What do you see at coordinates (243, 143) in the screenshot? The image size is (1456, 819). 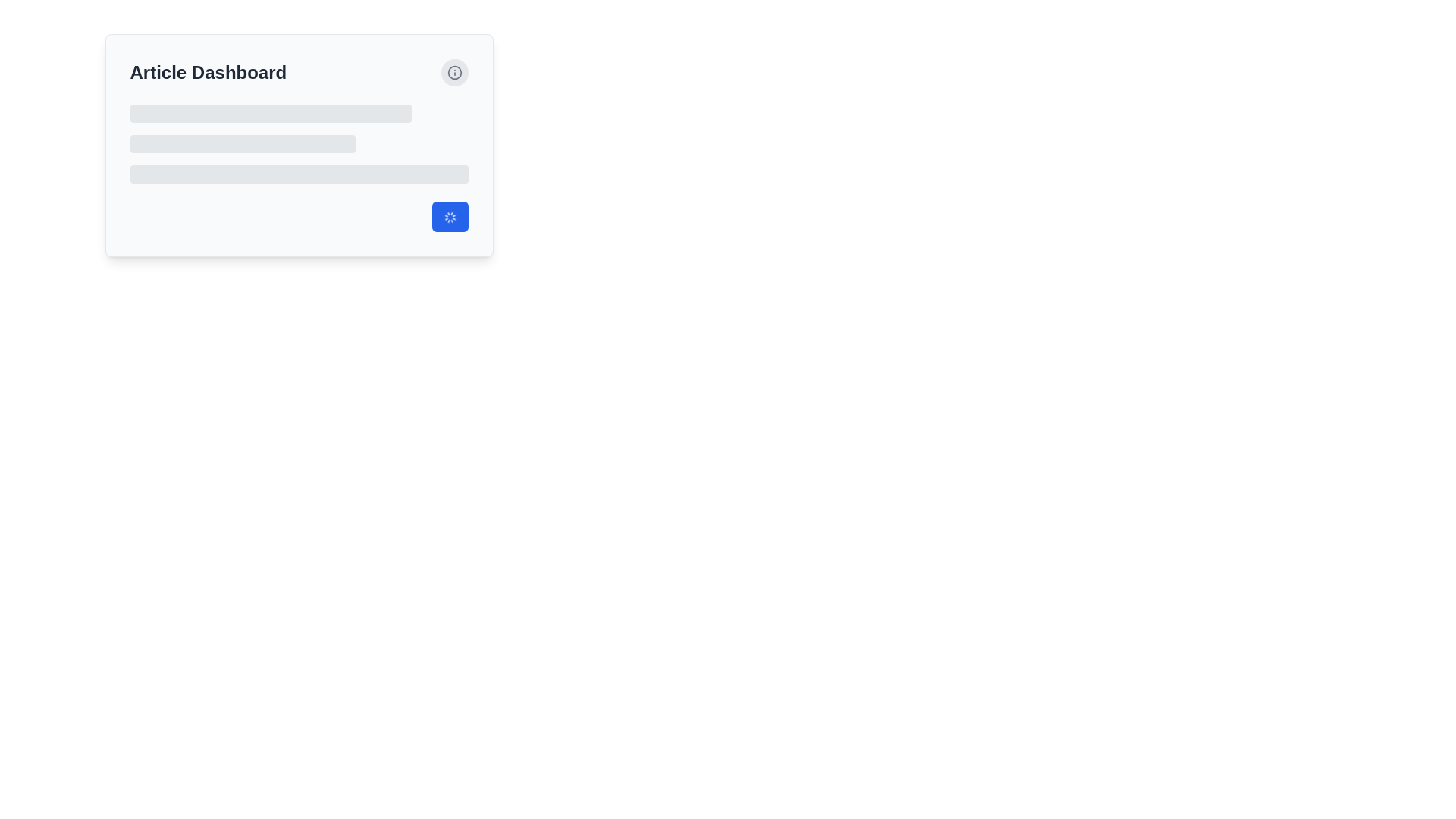 I see `the second decorative placeholder bar, which serves as a visual indicator positioned between a wider top bar and a full-width bottom bar` at bounding box center [243, 143].